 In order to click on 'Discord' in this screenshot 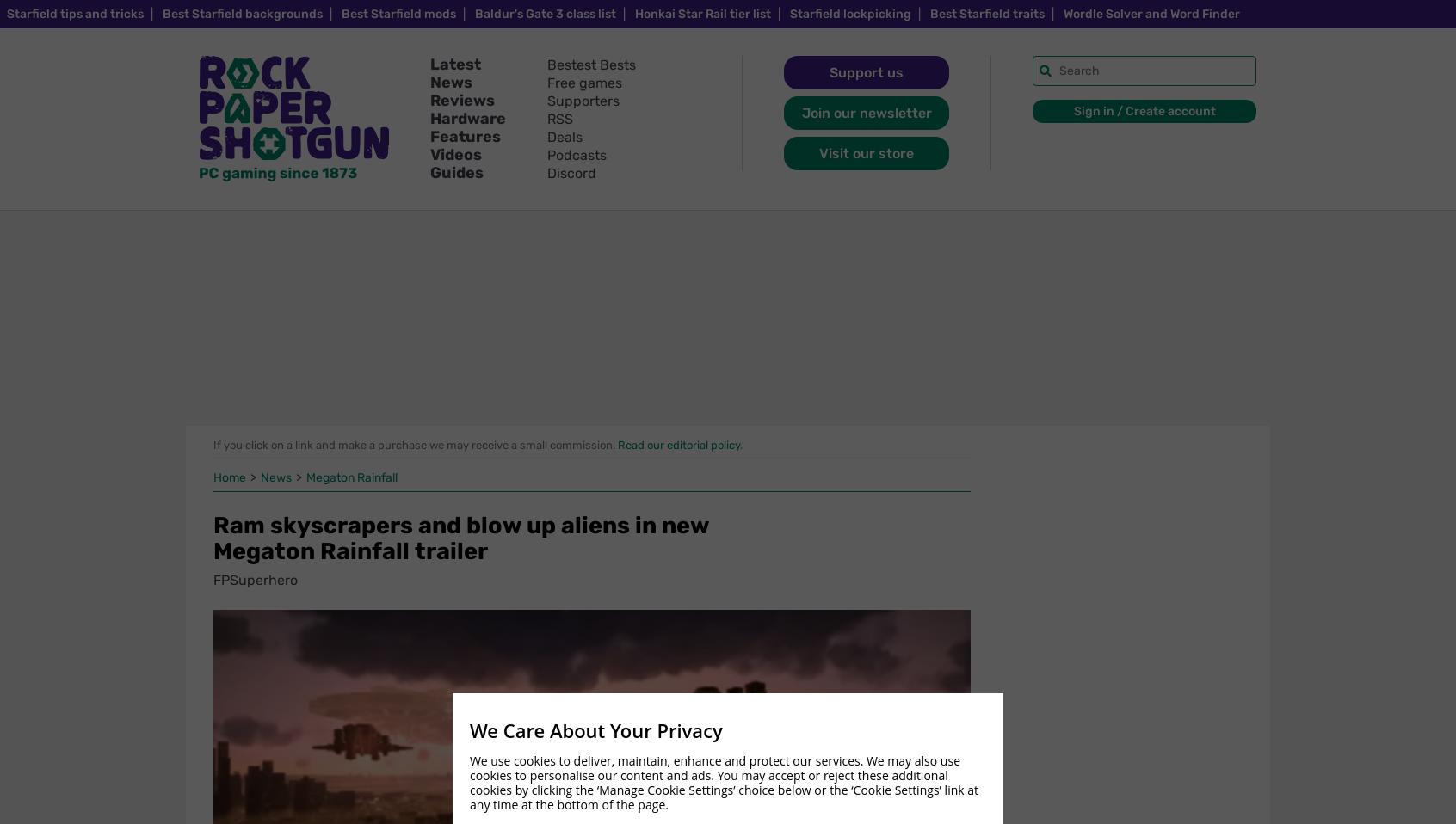, I will do `click(571, 172)`.